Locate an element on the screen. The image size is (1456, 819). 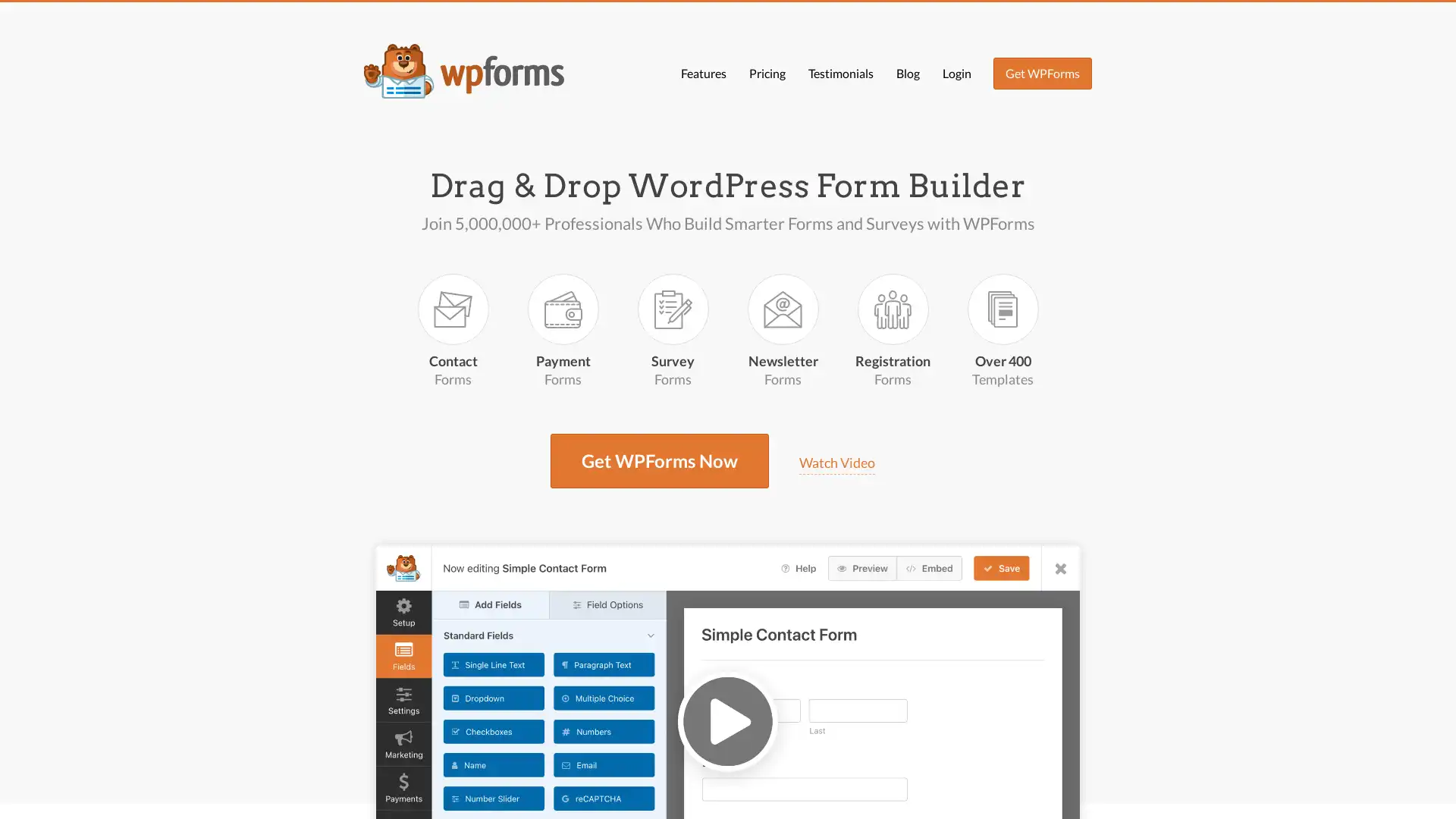
Get WPForms Now is located at coordinates (827, 791).